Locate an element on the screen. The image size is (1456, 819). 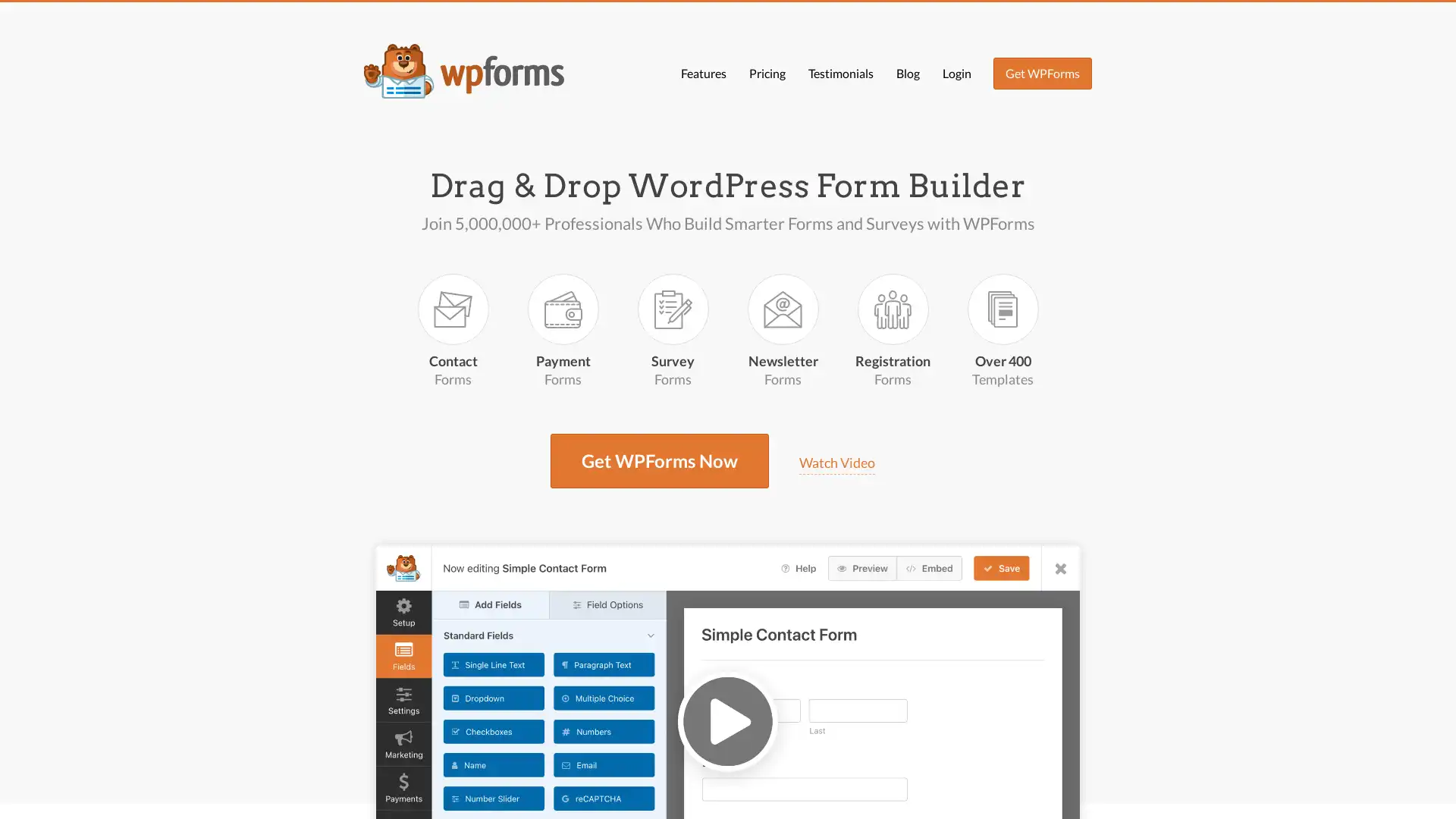
Get WPForms Now is located at coordinates (827, 791).